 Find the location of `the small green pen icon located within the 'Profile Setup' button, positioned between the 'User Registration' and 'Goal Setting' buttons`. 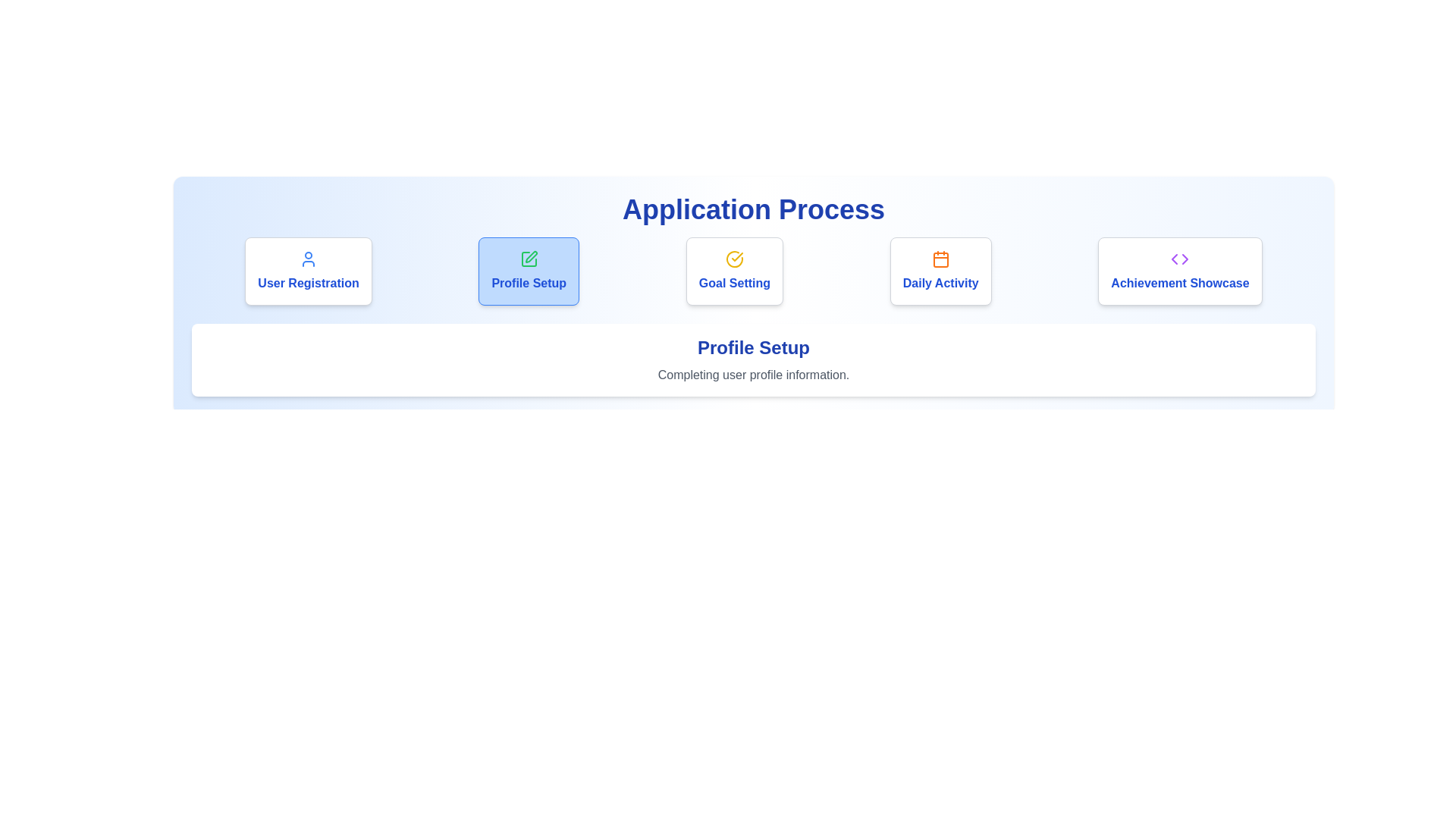

the small green pen icon located within the 'Profile Setup' button, positioned between the 'User Registration' and 'Goal Setting' buttons is located at coordinates (531, 256).